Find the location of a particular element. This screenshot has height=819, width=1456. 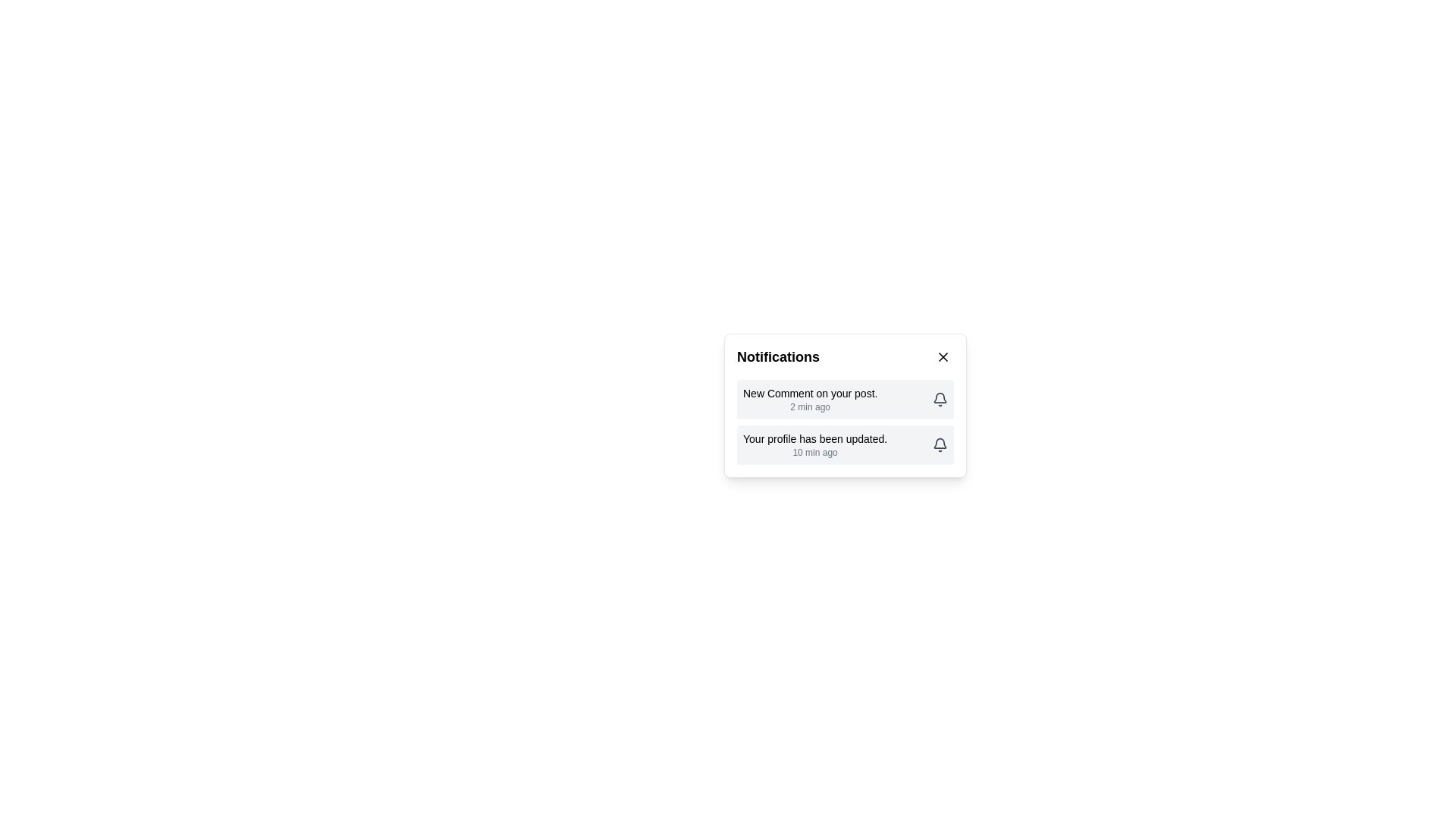

the icon button resembling an 'X' located in the top-right corner of the notification popup to change its background color is located at coordinates (942, 356).